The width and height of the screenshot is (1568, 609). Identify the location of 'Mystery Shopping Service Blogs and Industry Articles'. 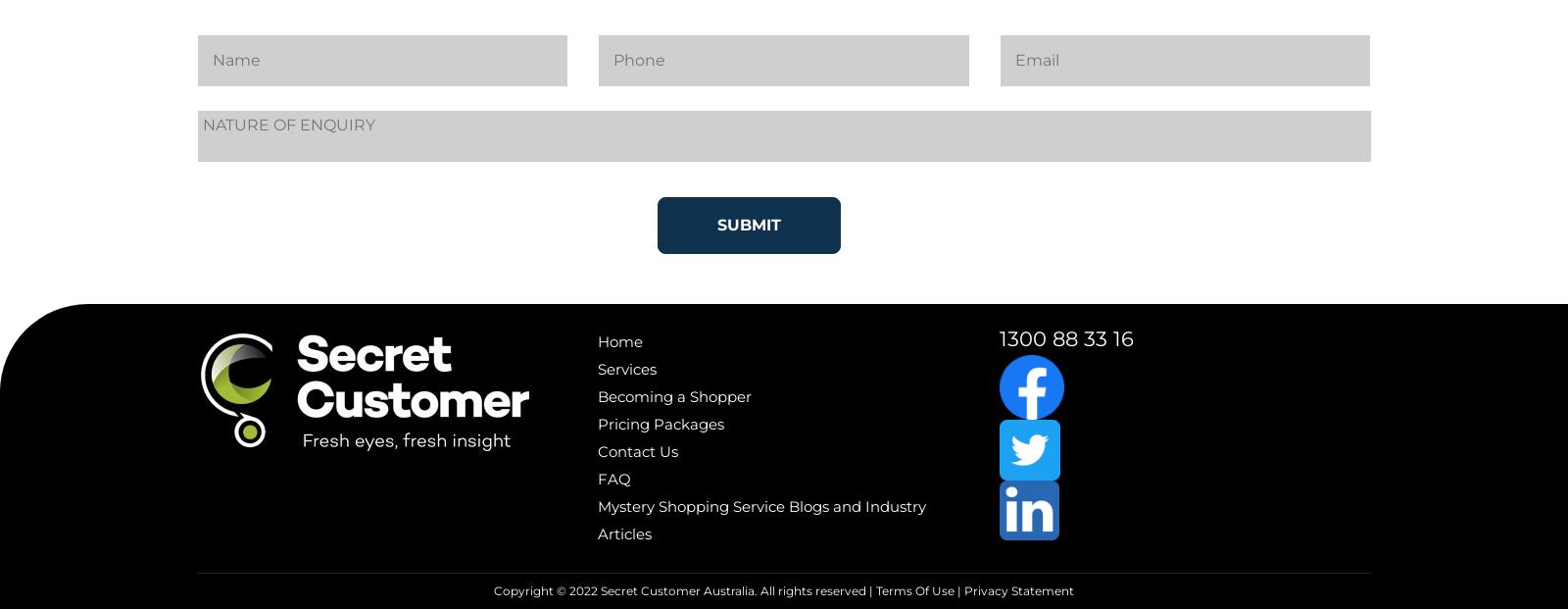
(597, 519).